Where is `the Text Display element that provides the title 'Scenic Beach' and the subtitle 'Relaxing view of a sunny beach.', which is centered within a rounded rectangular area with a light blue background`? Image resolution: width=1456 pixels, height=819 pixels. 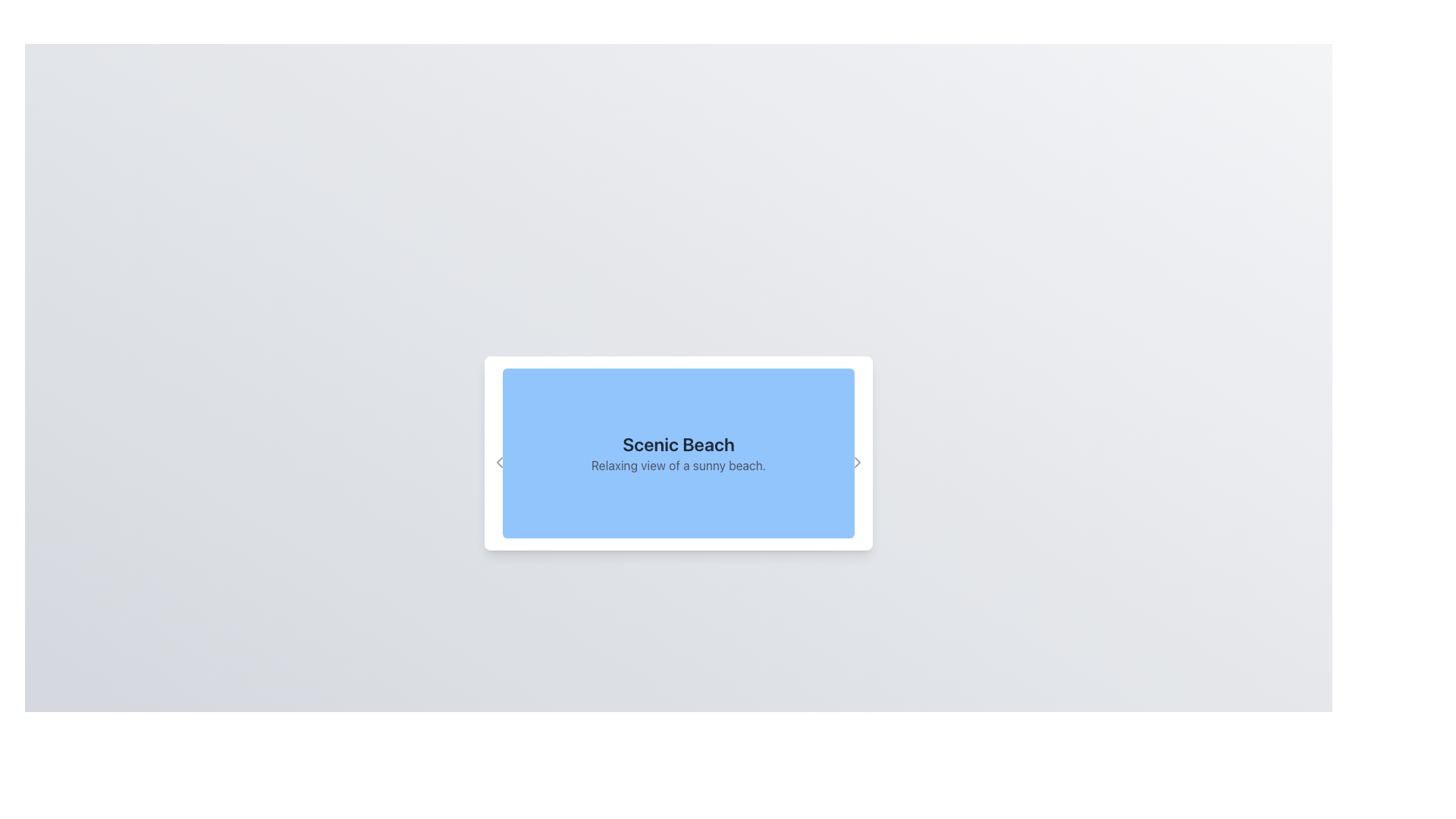 the Text Display element that provides the title 'Scenic Beach' and the subtitle 'Relaxing view of a sunny beach.', which is centered within a rounded rectangular area with a light blue background is located at coordinates (677, 452).